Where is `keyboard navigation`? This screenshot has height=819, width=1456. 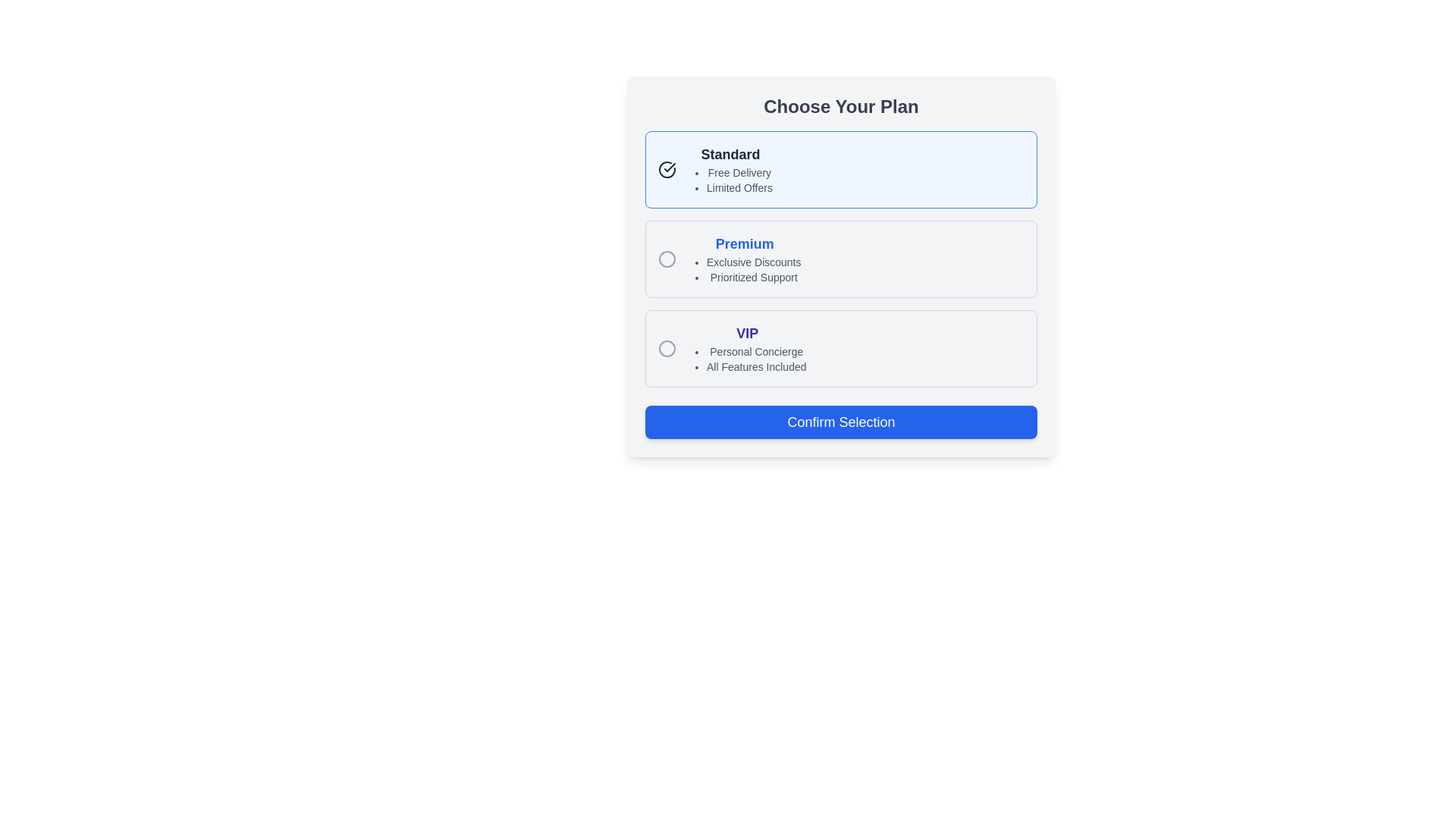 keyboard navigation is located at coordinates (840, 169).